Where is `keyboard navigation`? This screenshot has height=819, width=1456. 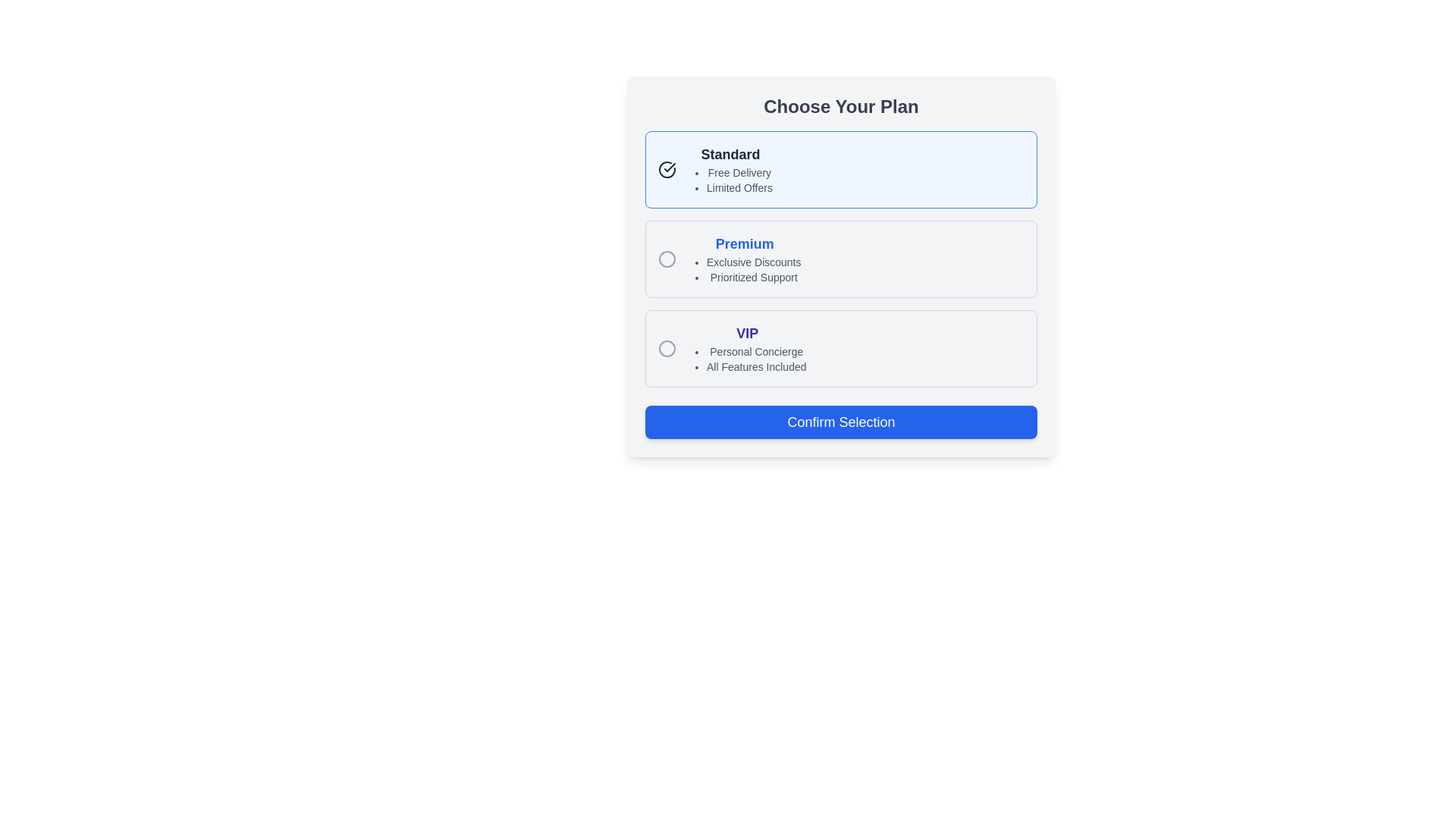 keyboard navigation is located at coordinates (840, 169).